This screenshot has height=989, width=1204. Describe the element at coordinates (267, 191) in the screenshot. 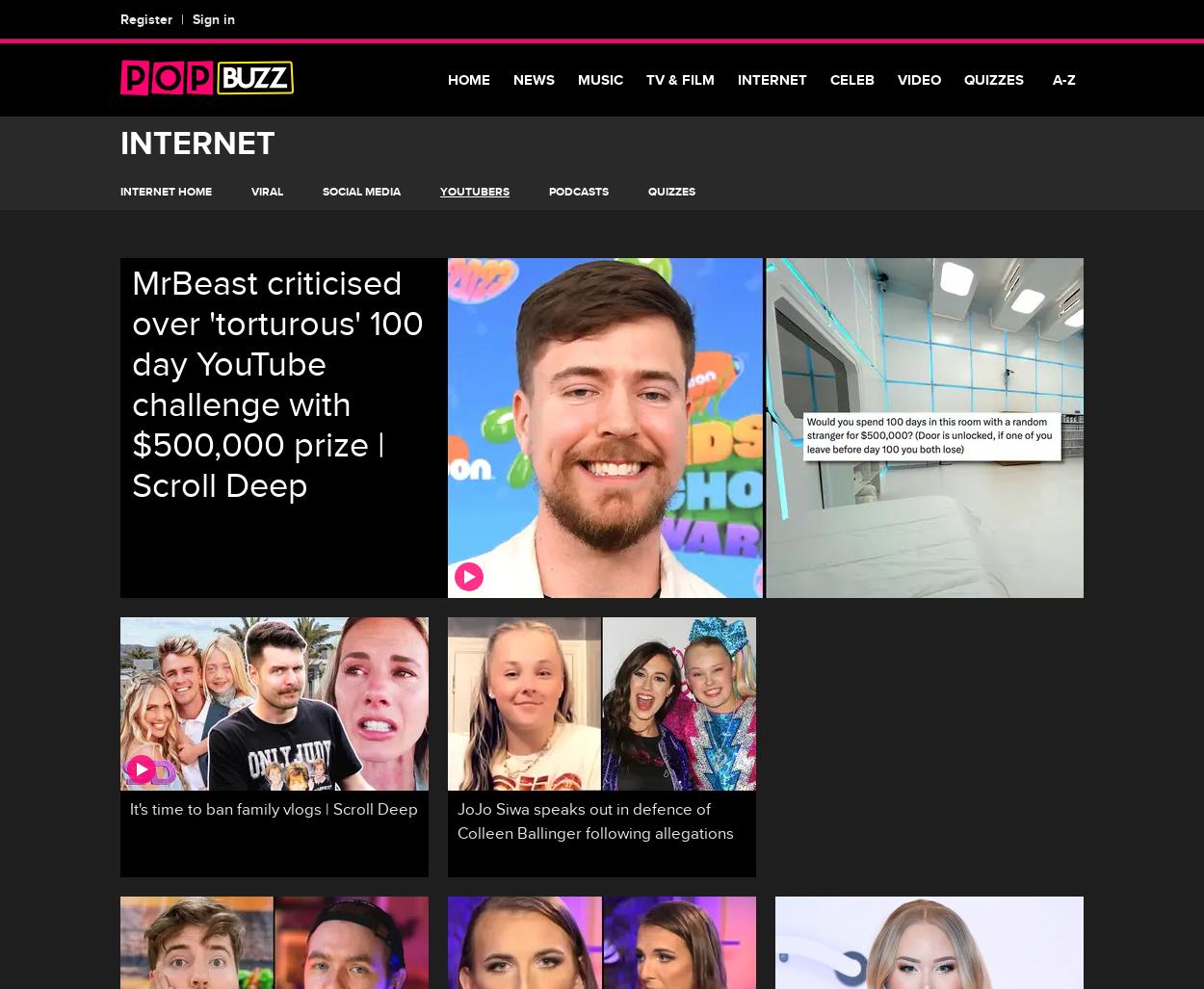

I see `'Viral'` at that location.